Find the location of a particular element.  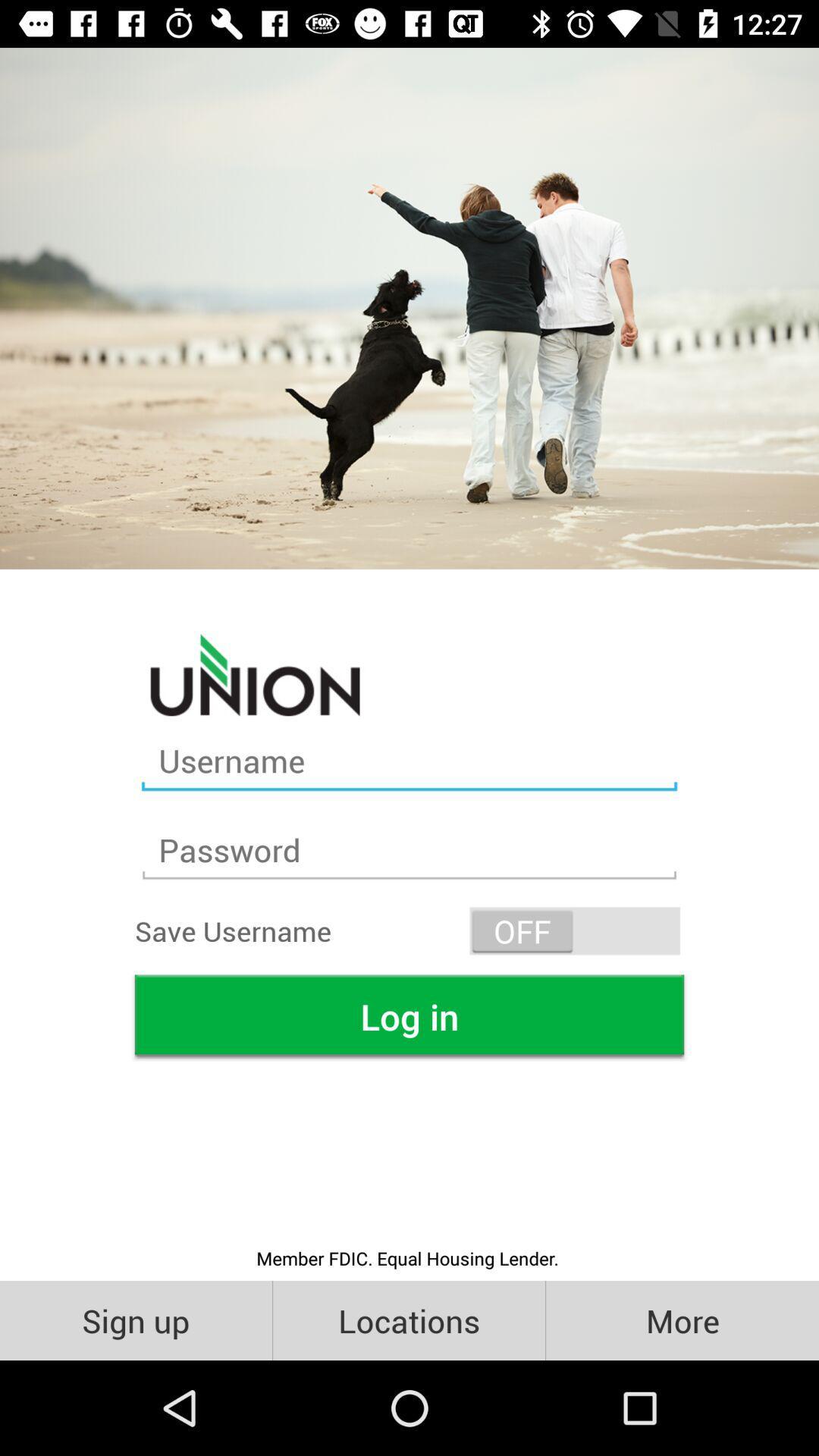

the text locations below is located at coordinates (408, 1319).